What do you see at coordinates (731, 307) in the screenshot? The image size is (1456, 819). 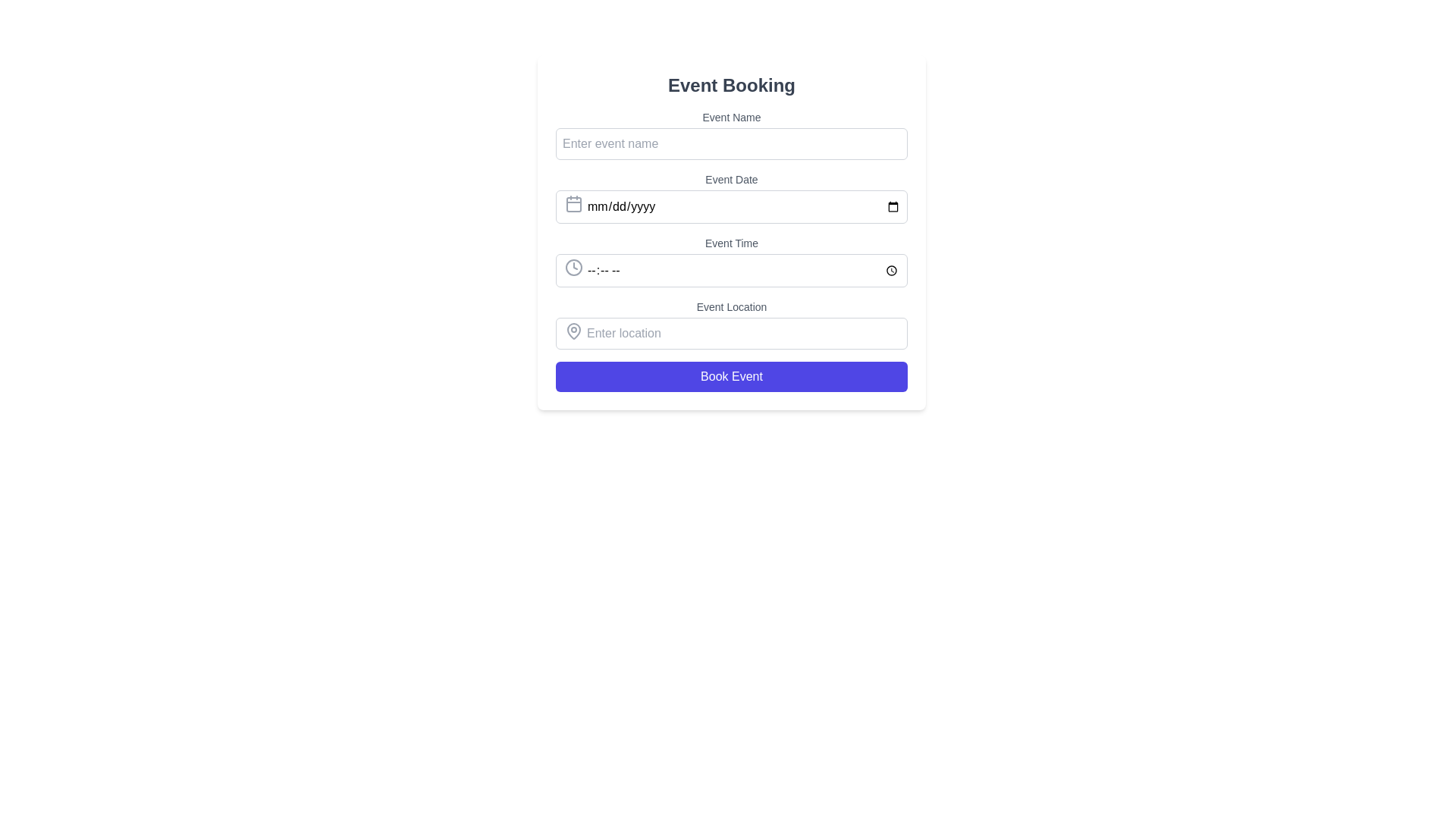 I see `the text label displaying 'Event Location', which is styled with a small gray font and positioned above the input field 'Enter location'` at bounding box center [731, 307].